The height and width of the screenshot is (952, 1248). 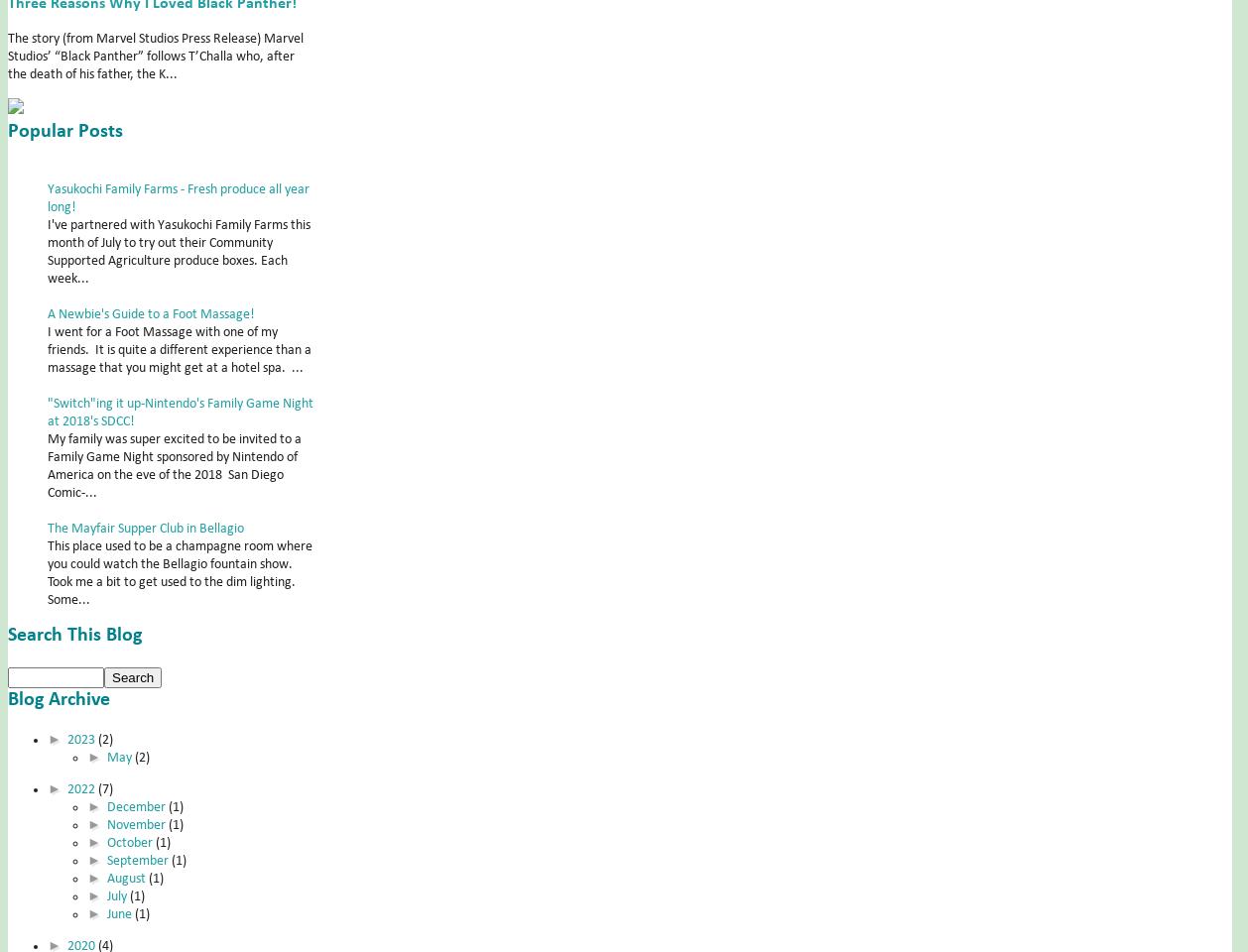 What do you see at coordinates (8, 130) in the screenshot?
I see `'Popular Posts'` at bounding box center [8, 130].